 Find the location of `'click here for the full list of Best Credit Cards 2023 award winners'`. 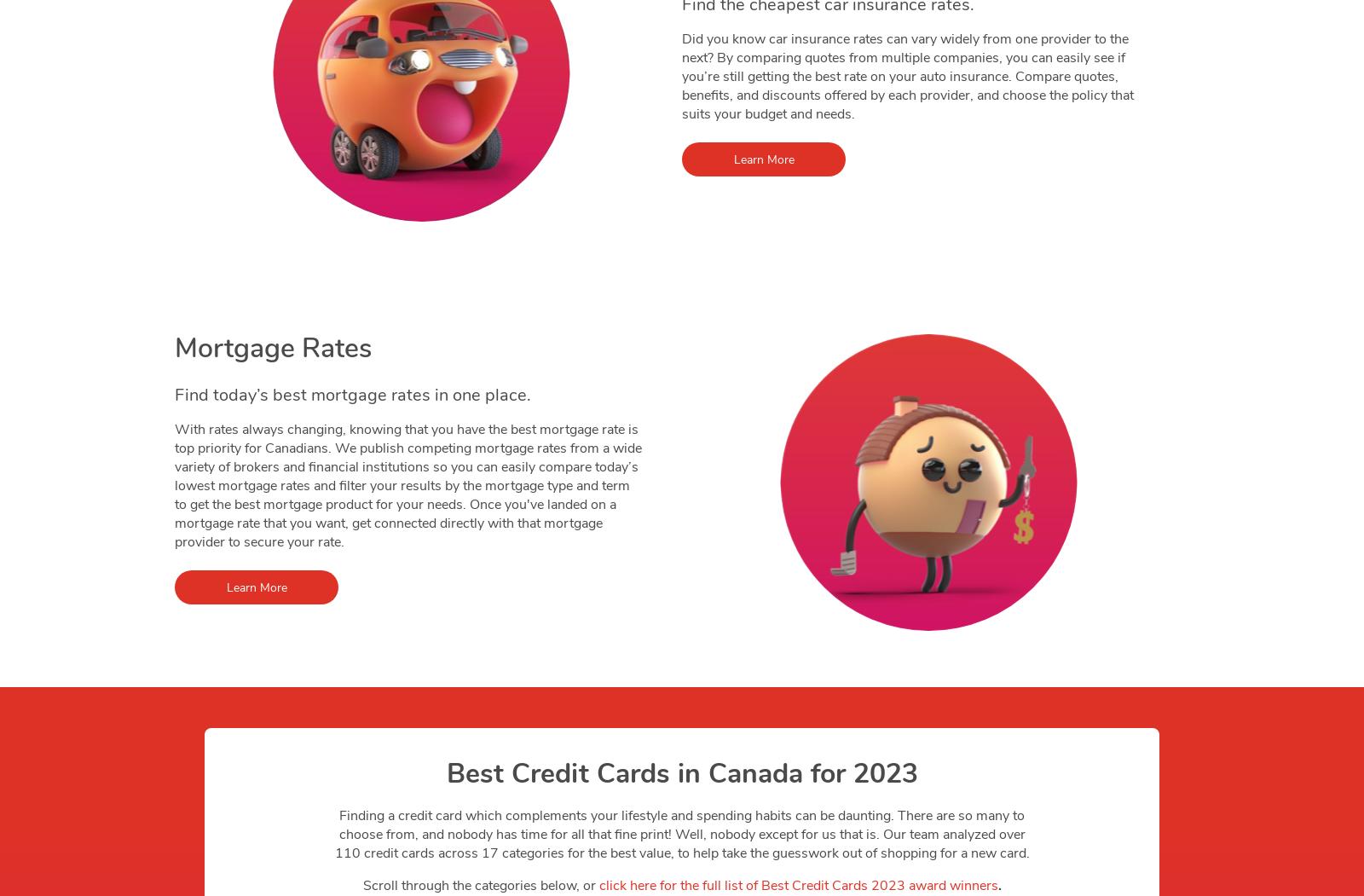

'click here for the full list of Best Credit Cards 2023 award winners' is located at coordinates (797, 885).